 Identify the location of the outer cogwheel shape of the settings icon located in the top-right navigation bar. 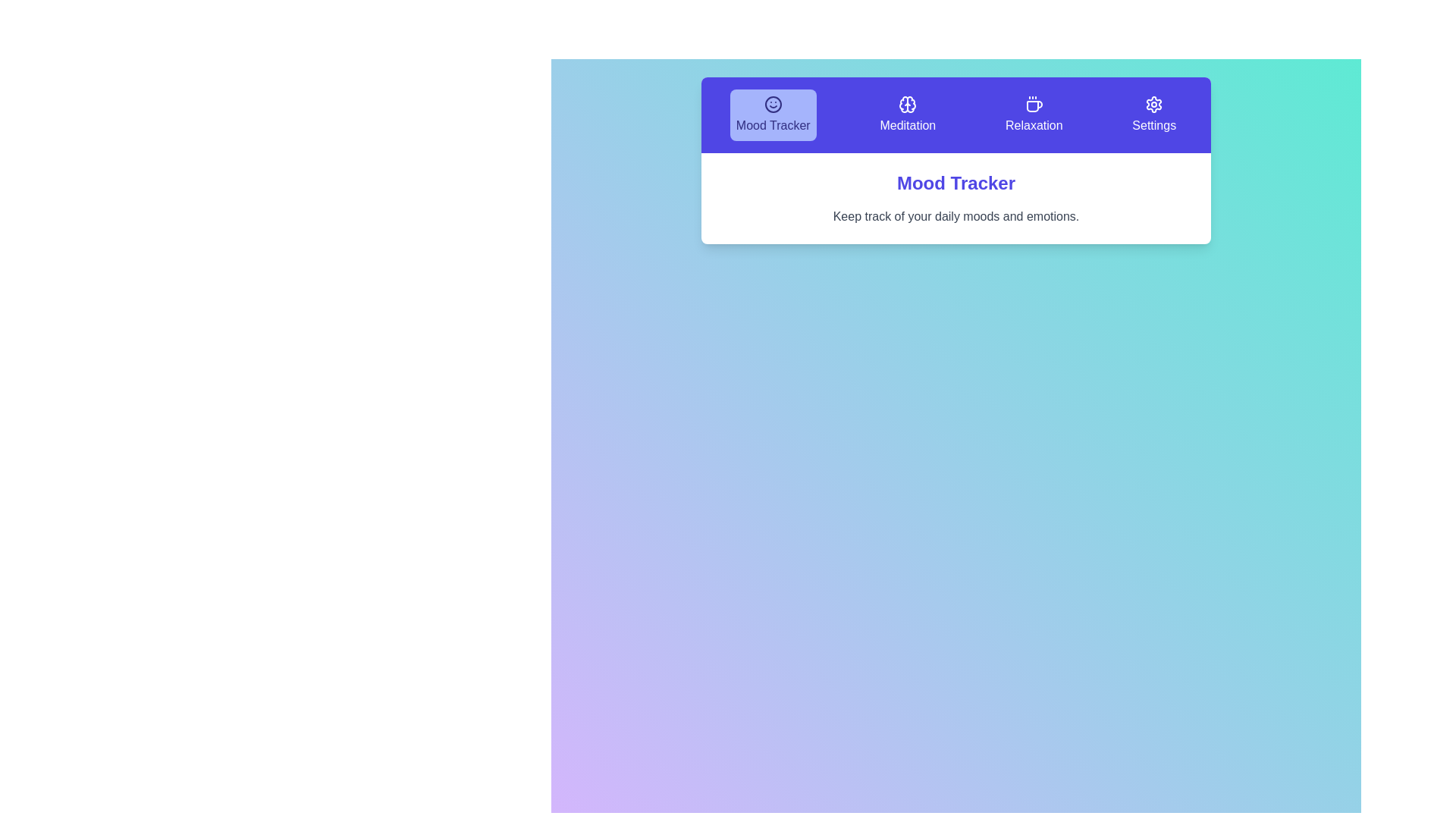
(1153, 104).